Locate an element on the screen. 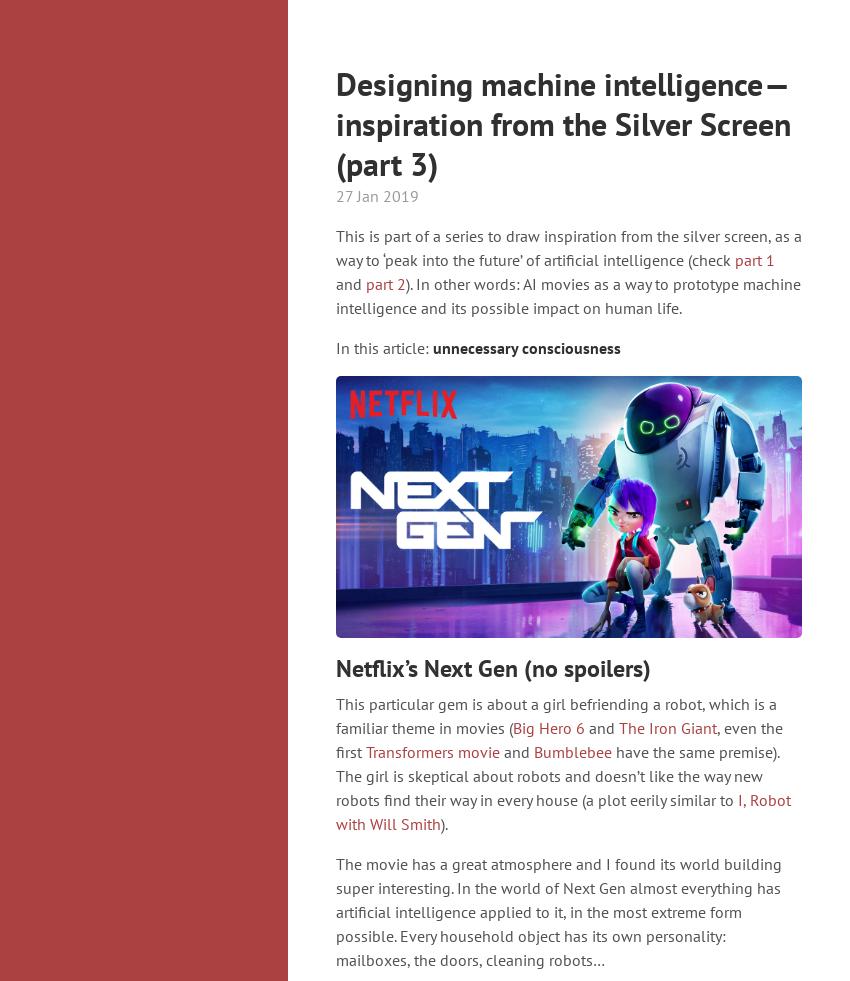  '). In other words: AI movies as a way to prototype machine intelligence and its possible impact on human life.' is located at coordinates (568, 294).